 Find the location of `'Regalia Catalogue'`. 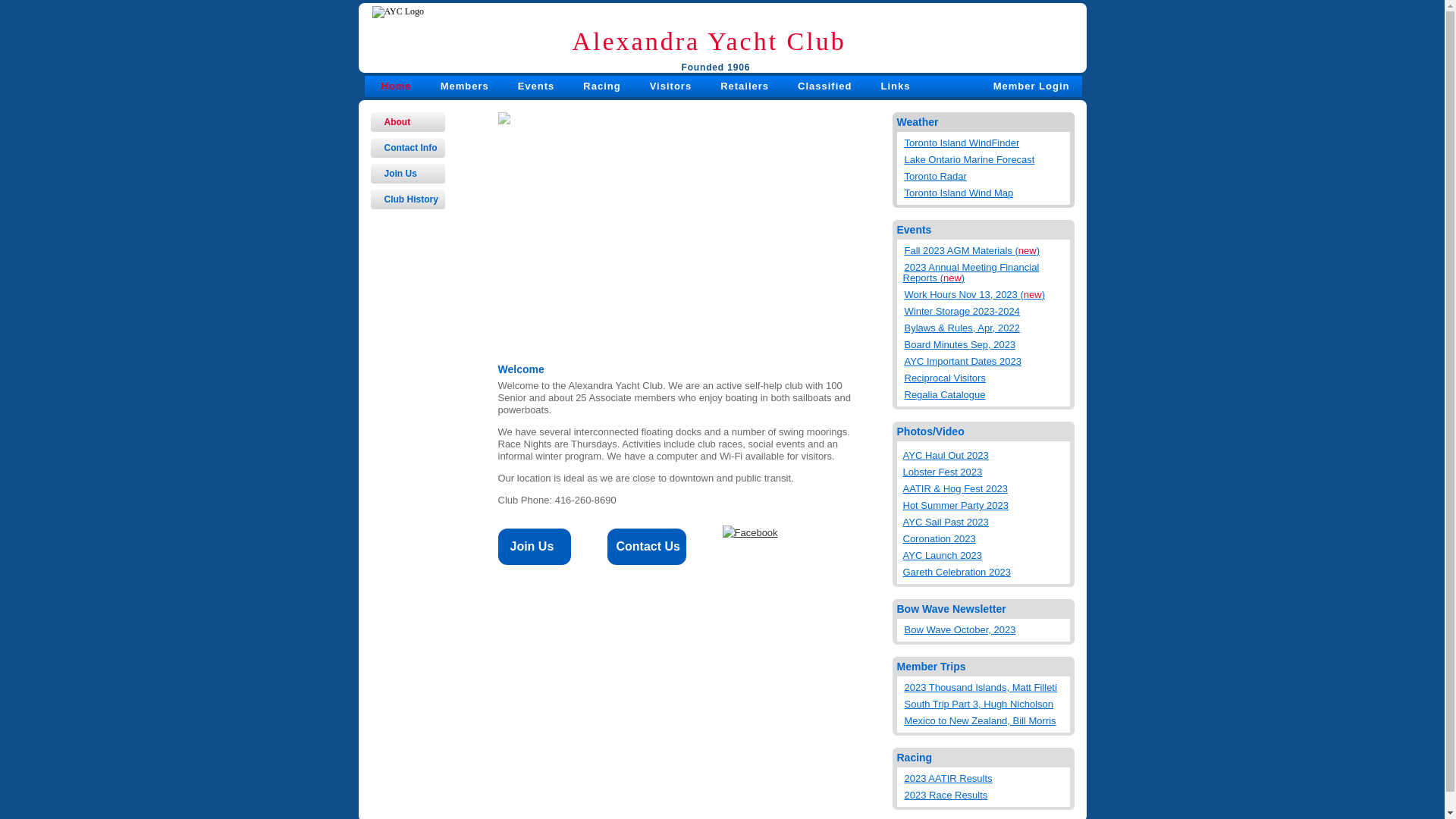

'Regalia Catalogue' is located at coordinates (986, 391).